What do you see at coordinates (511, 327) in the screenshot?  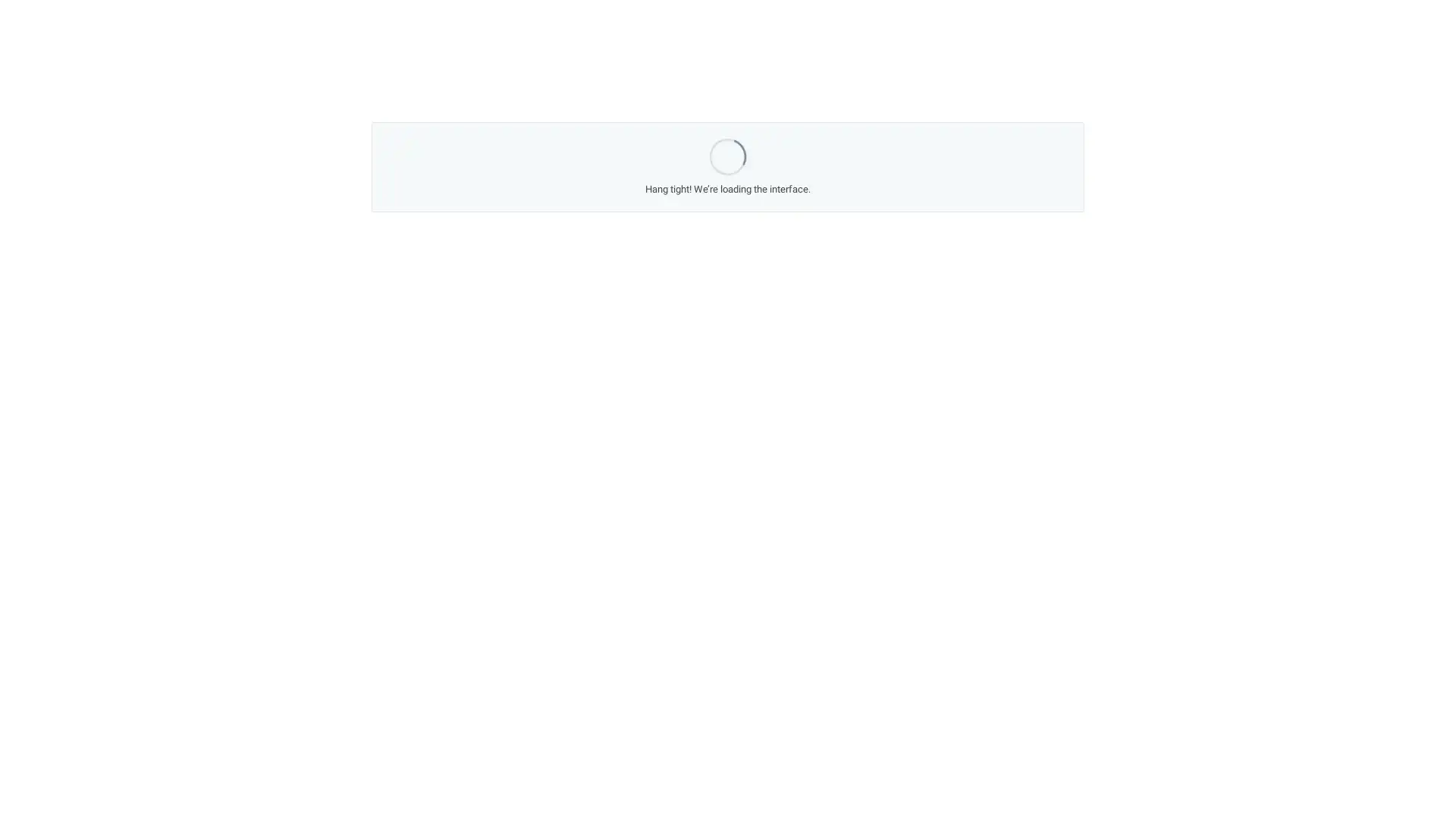 I see `Get Login Link` at bounding box center [511, 327].